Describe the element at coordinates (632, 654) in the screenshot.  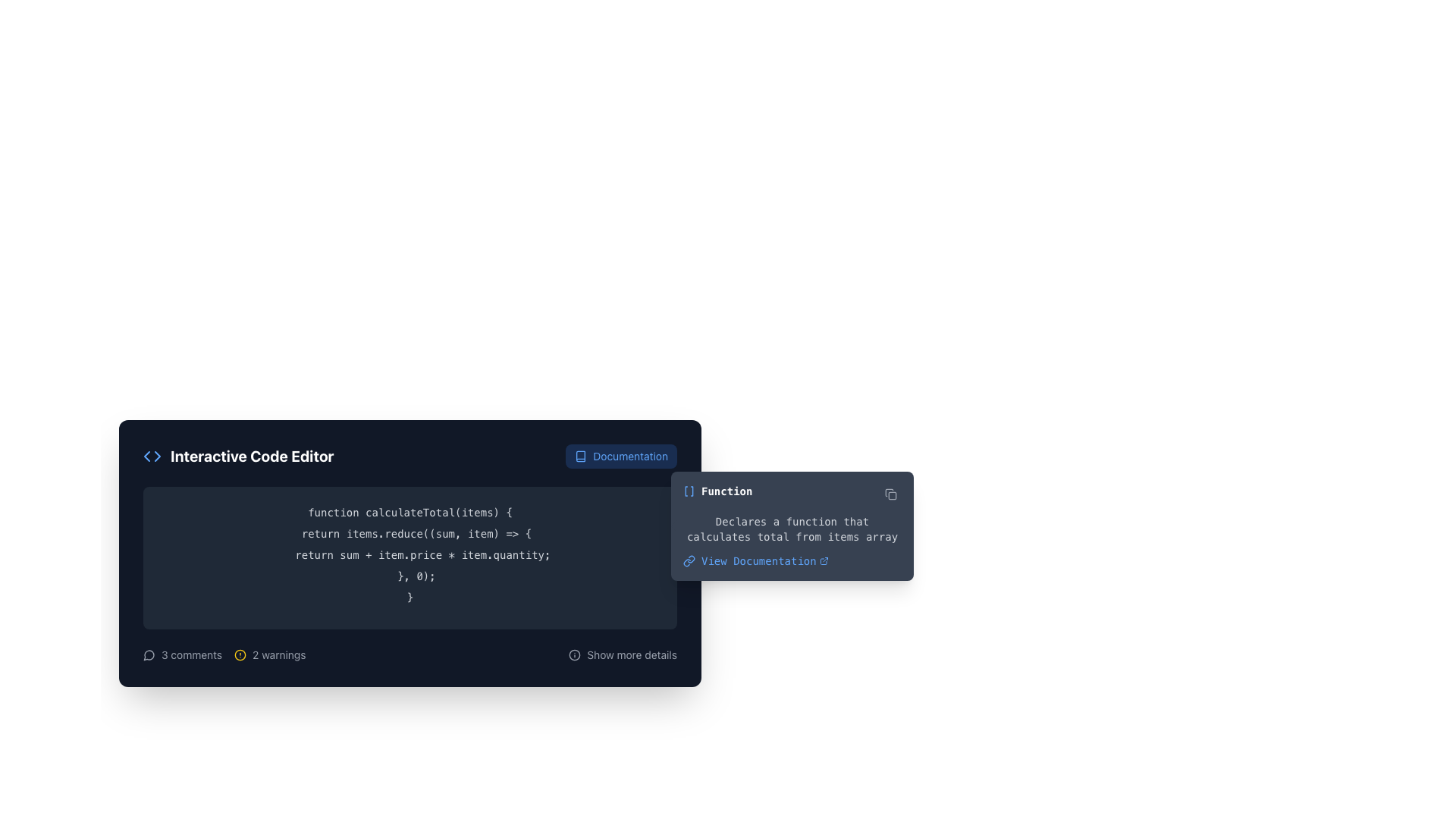
I see `the 'Show more details' text label, which is styled in light font against a dark background and located at the bottom right of the interactive code editor panel` at that location.